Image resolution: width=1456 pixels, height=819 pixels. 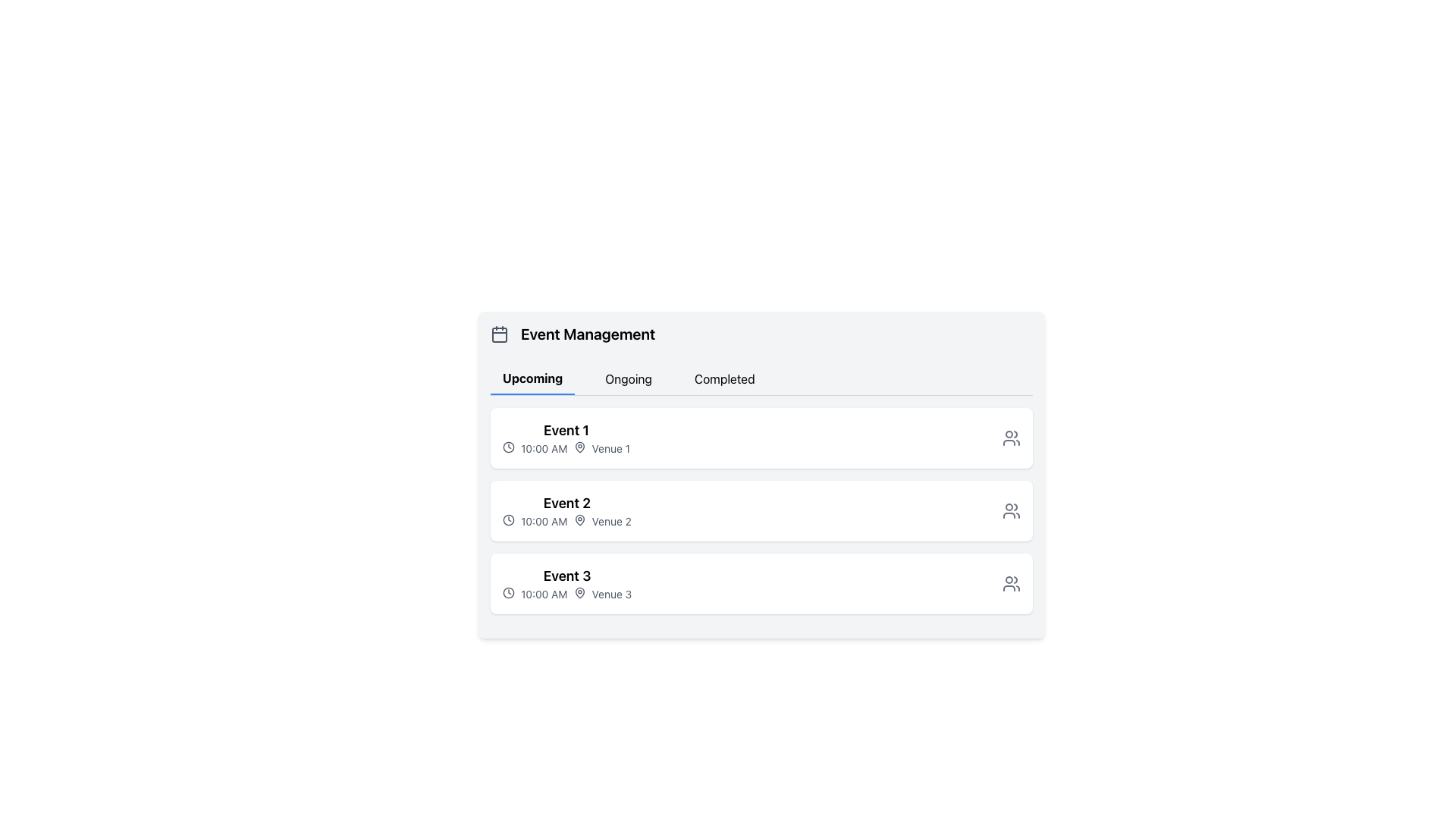 What do you see at coordinates (1012, 583) in the screenshot?
I see `the information icon related to users or groups for the third event in the list under the 'Upcoming' tab in the Event Management section, which is positioned on the right side aligned with the event's time and venue details` at bounding box center [1012, 583].